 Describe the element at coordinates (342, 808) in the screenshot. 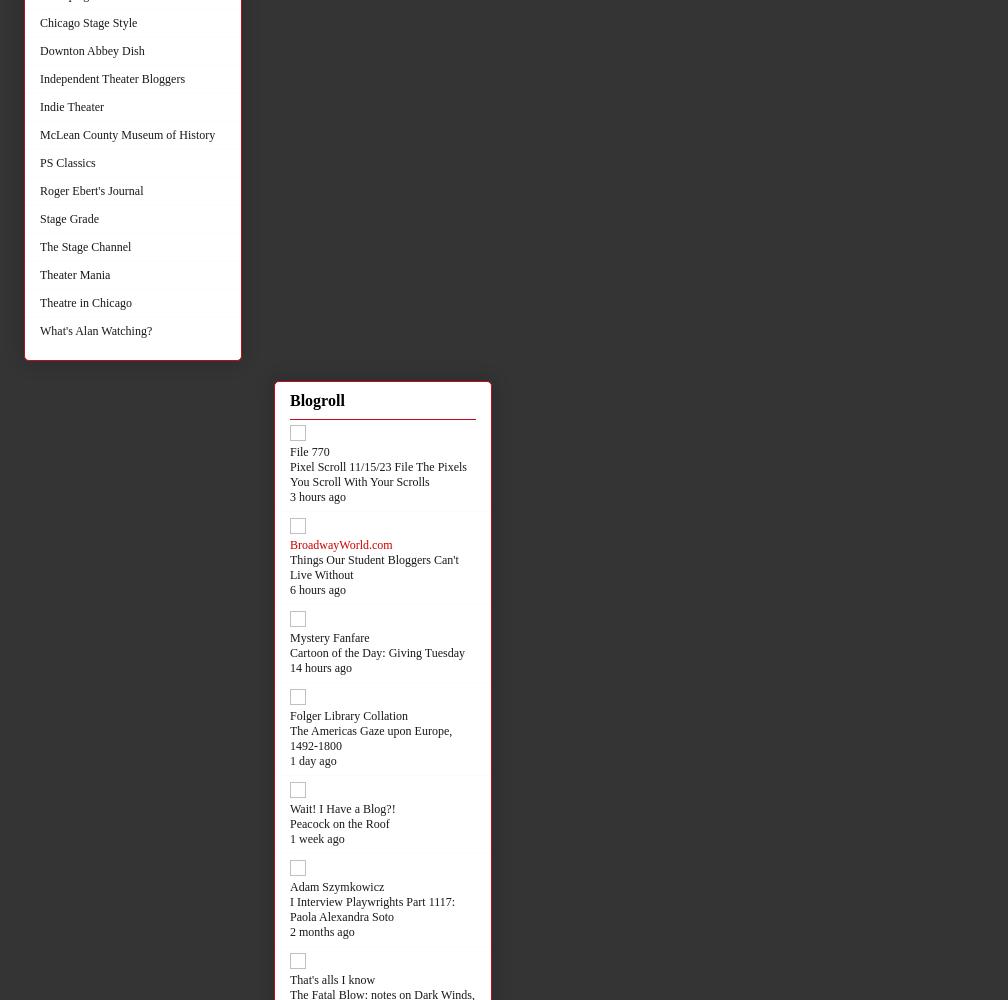

I see `'Wait!  I Have a Blog?!'` at that location.